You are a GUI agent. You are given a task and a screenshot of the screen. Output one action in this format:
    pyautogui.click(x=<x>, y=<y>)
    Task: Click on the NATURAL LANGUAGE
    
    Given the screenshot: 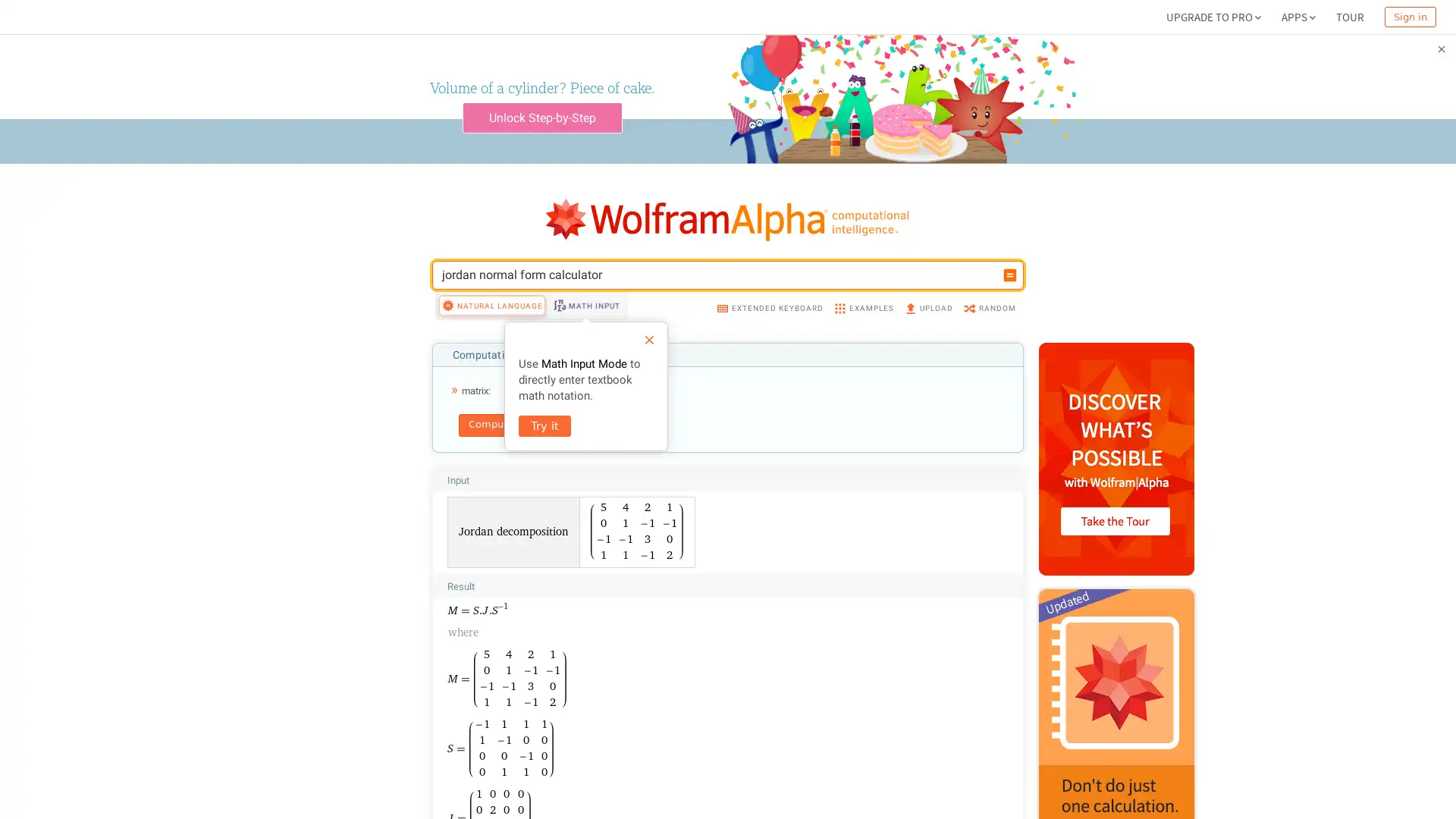 What is the action you would take?
    pyautogui.click(x=491, y=305)
    